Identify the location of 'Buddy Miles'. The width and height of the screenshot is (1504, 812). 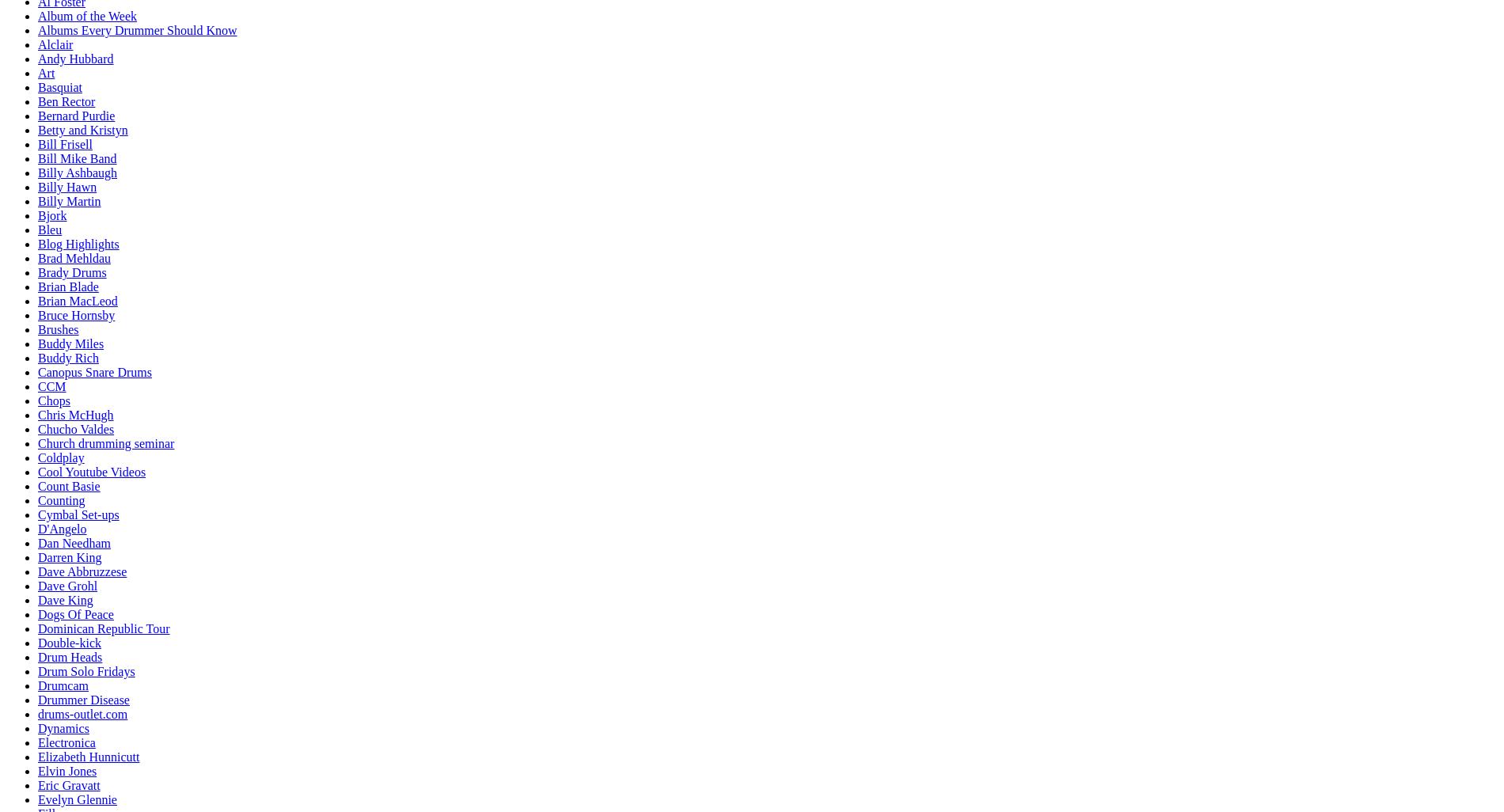
(70, 343).